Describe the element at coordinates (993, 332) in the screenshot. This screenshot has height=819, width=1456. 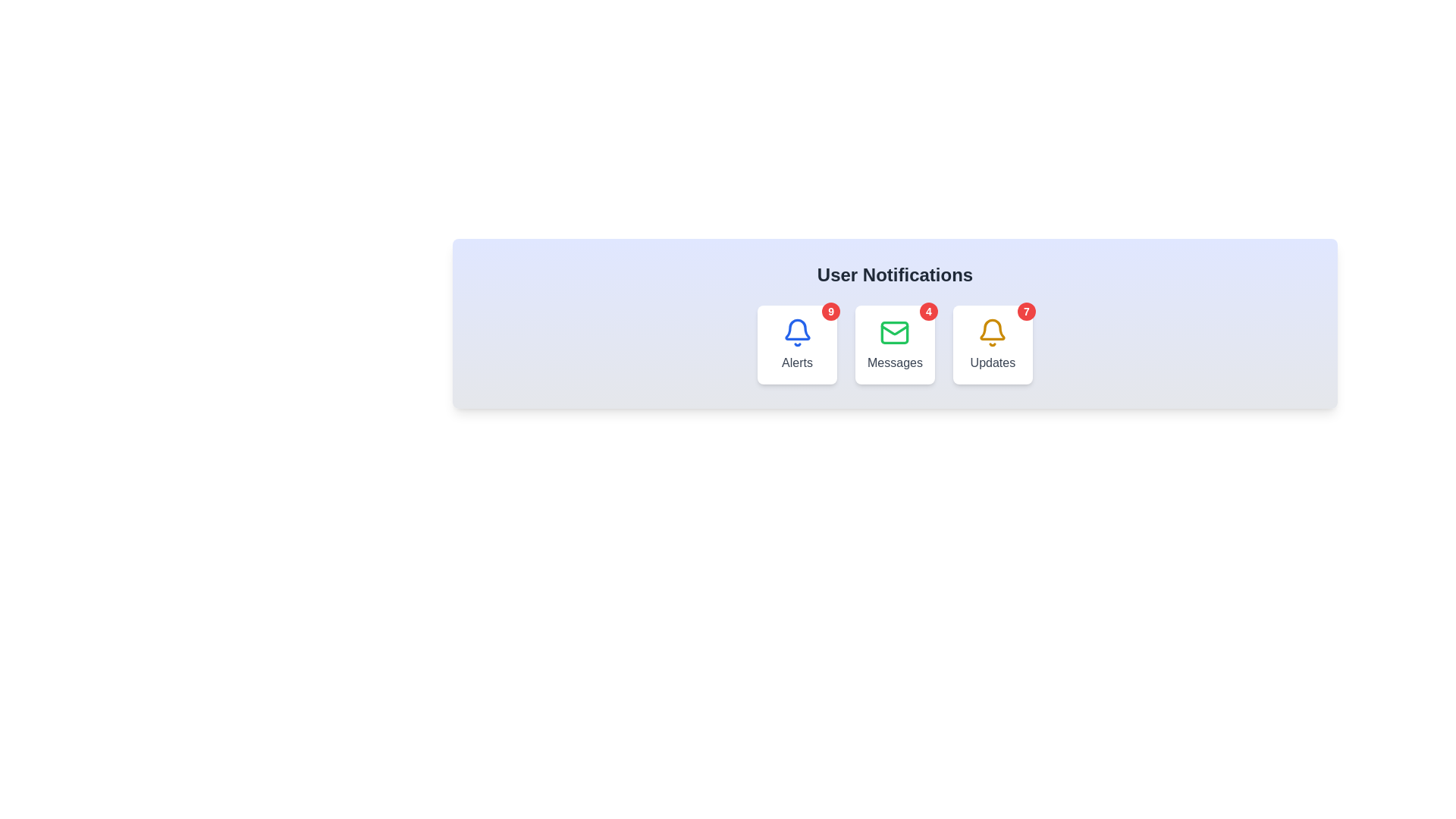
I see `the visual representation of the 'Updates' icon located in the third card of the 'User Notifications' section, positioned between the title 'Updates' and the red circular badge displaying the number '7'` at that location.